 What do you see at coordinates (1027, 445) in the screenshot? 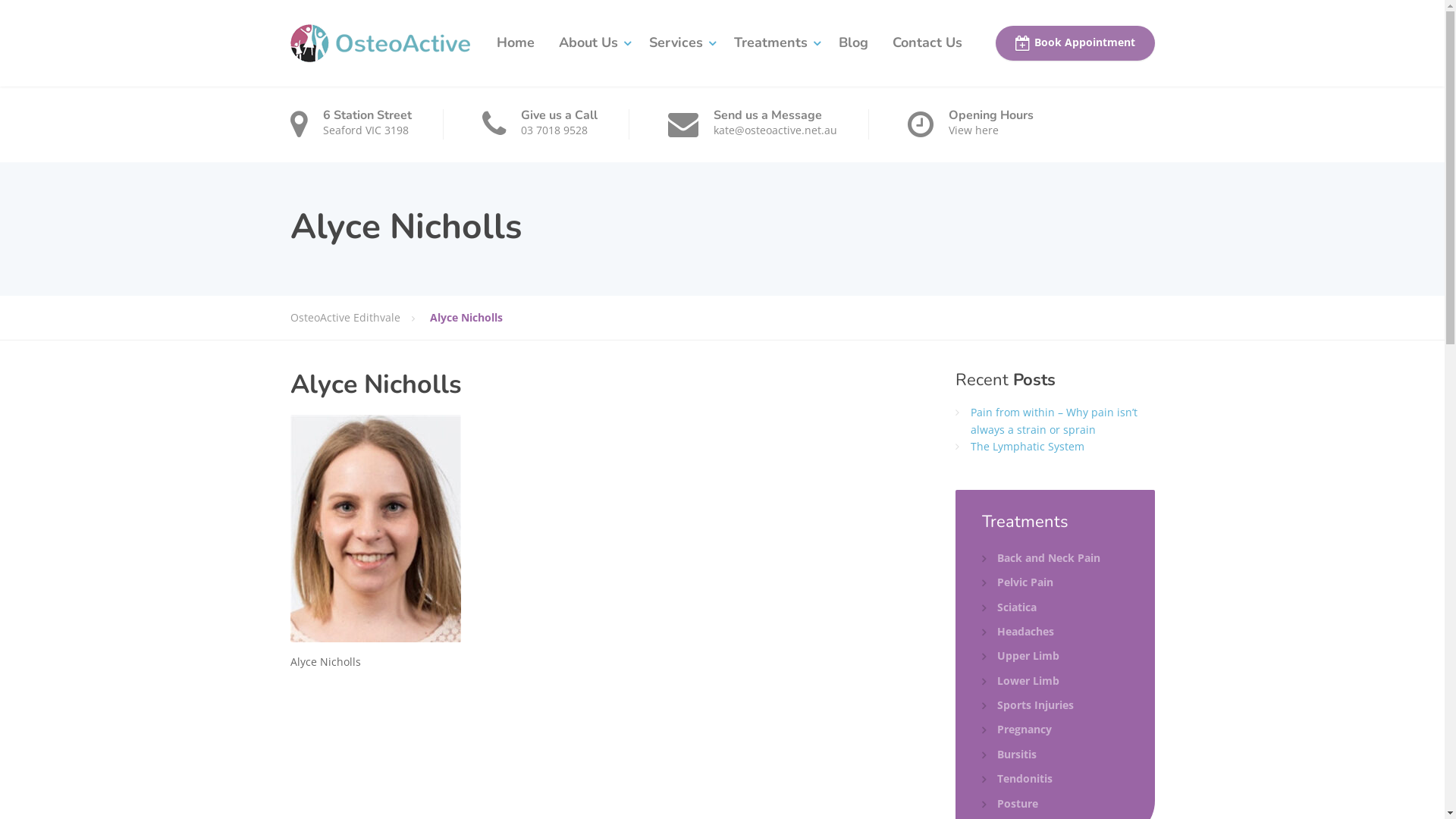
I see `'The Lymphatic System'` at bounding box center [1027, 445].